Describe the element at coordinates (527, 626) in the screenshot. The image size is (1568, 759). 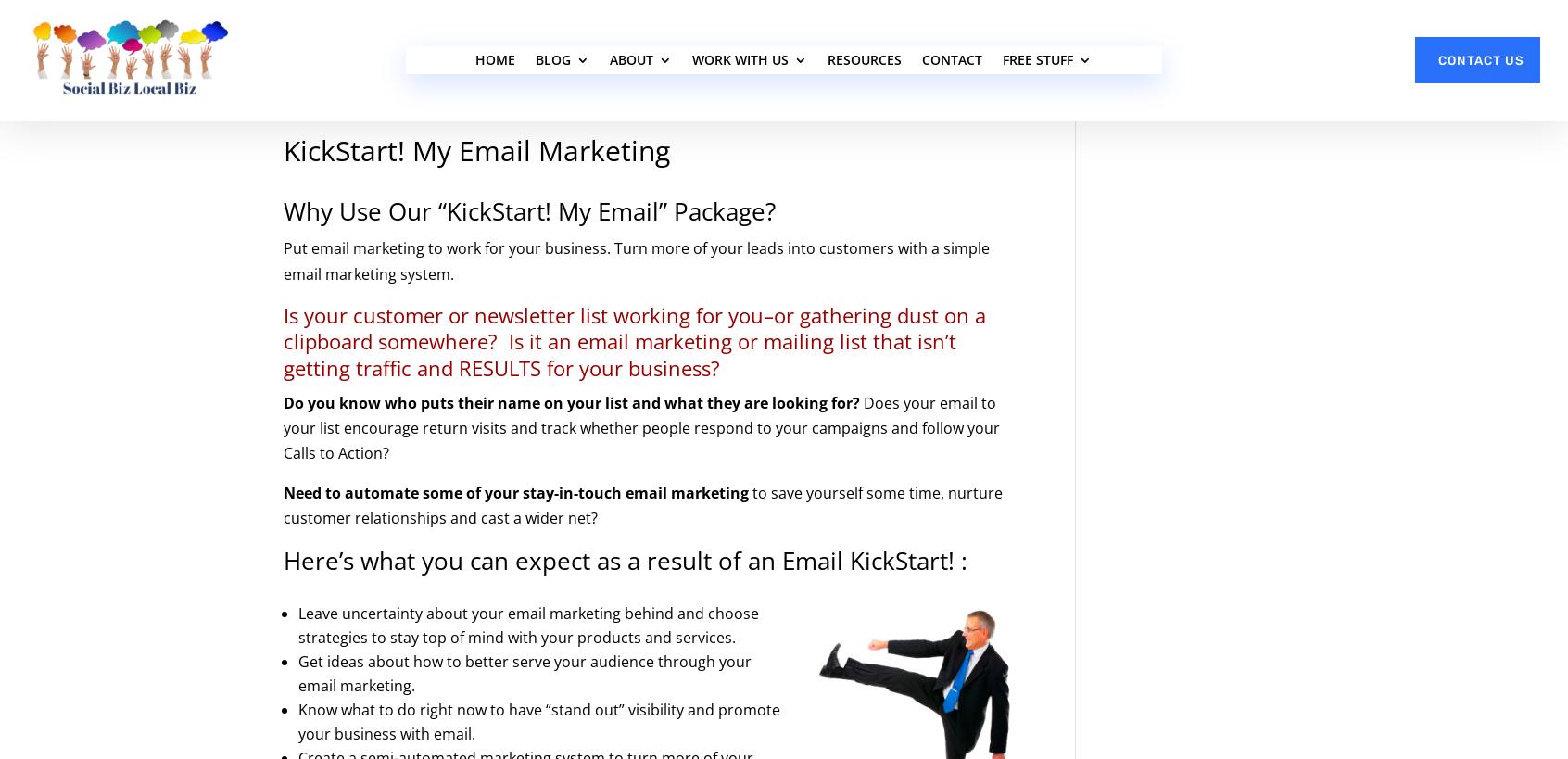
I see `'Leave uncertainty about your email marketing behind and choose strategies to stay top of mind with your products and services.'` at that location.